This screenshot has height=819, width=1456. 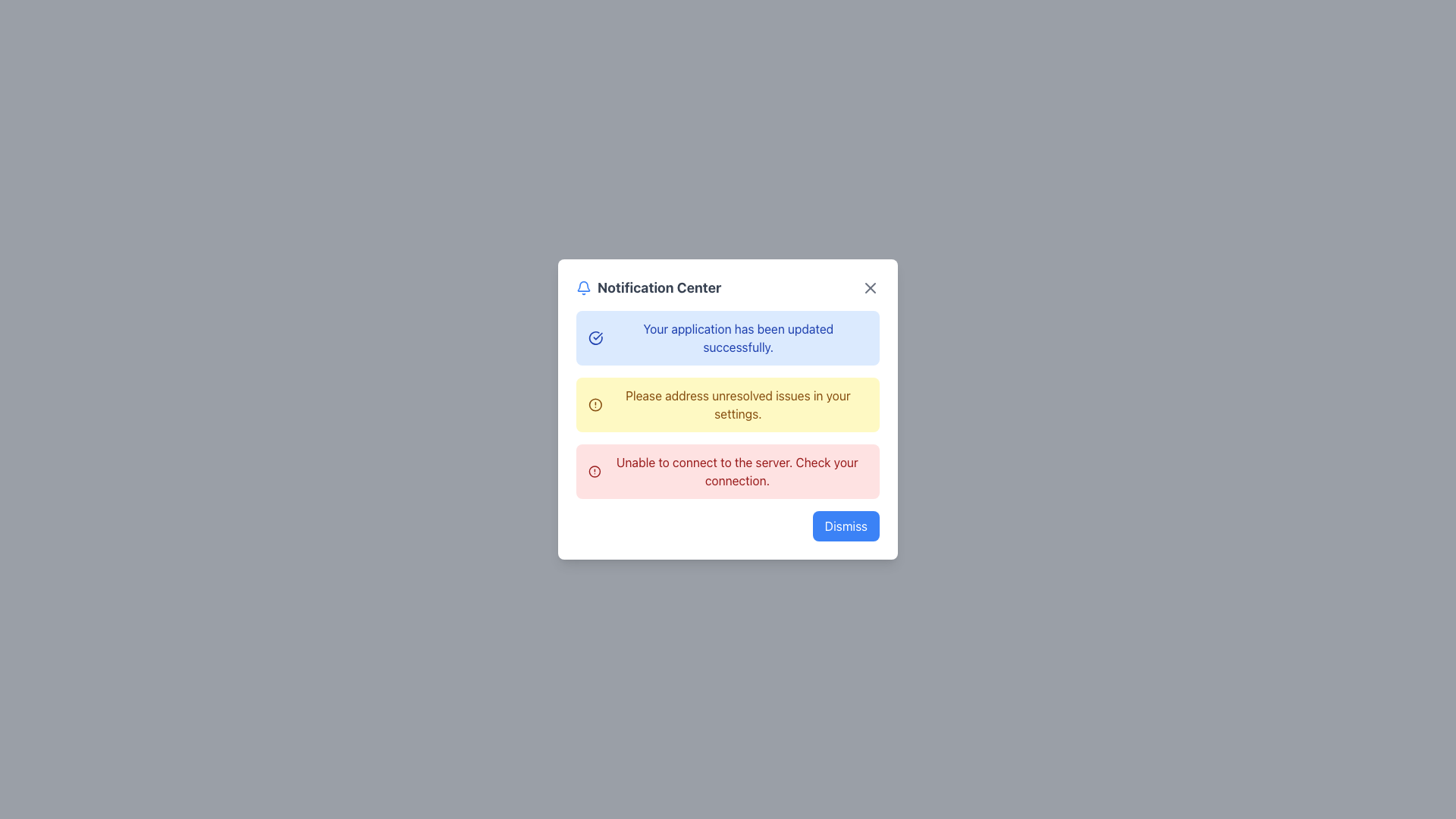 What do you see at coordinates (738, 403) in the screenshot?
I see `the text label that reads 'Please address unresolved issues in your settings.' which is styled with a yellow background and brown text, located in the second notification of the Notification Center` at bounding box center [738, 403].